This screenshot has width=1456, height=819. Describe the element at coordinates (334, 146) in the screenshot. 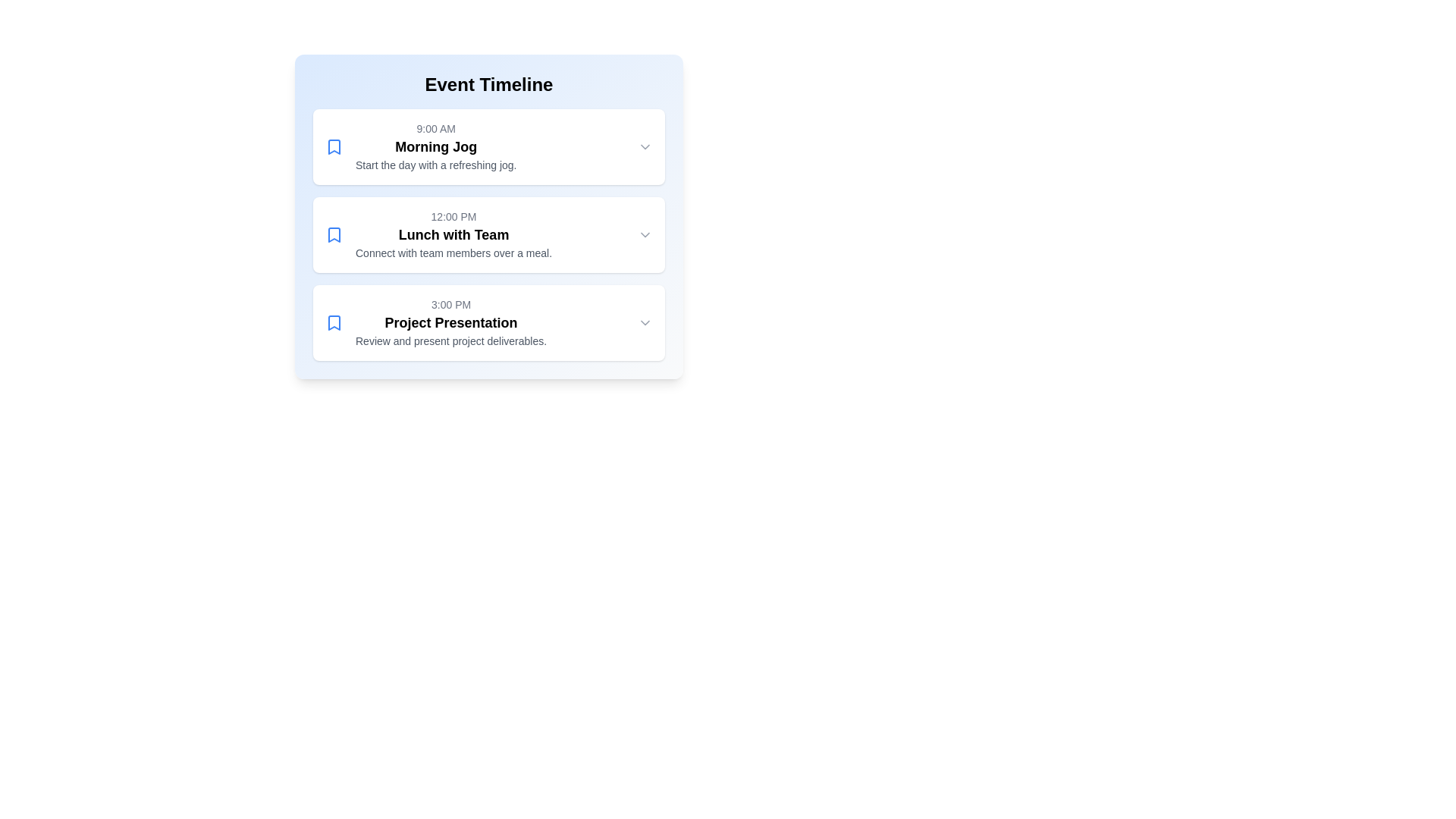

I see `the blue SVG bookmark icon associated with the 'Morning Jog' event scheduled at 9:00 AM, located to the left of the event title` at that location.